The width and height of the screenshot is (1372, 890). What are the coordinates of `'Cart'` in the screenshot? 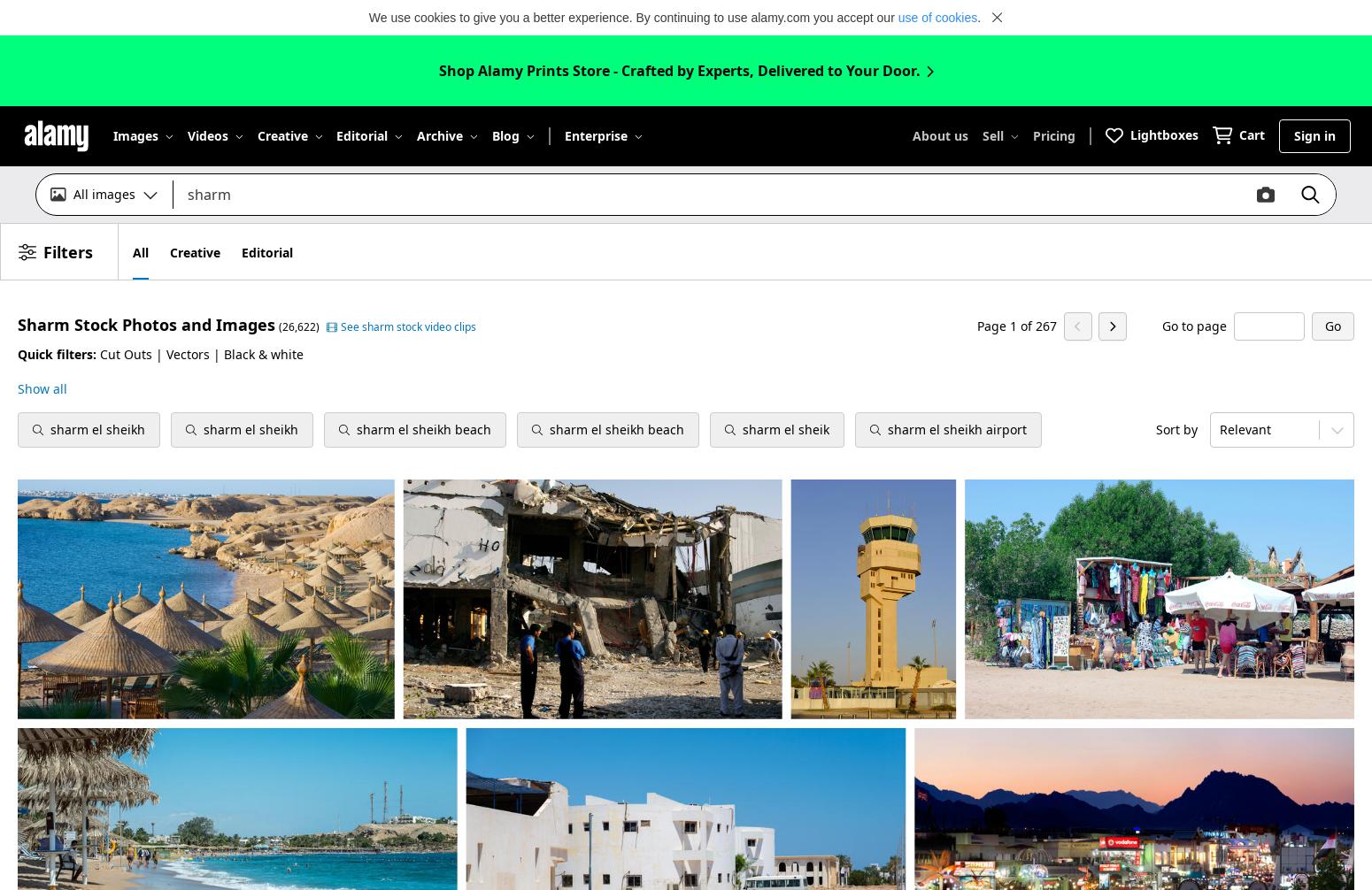 It's located at (1251, 134).